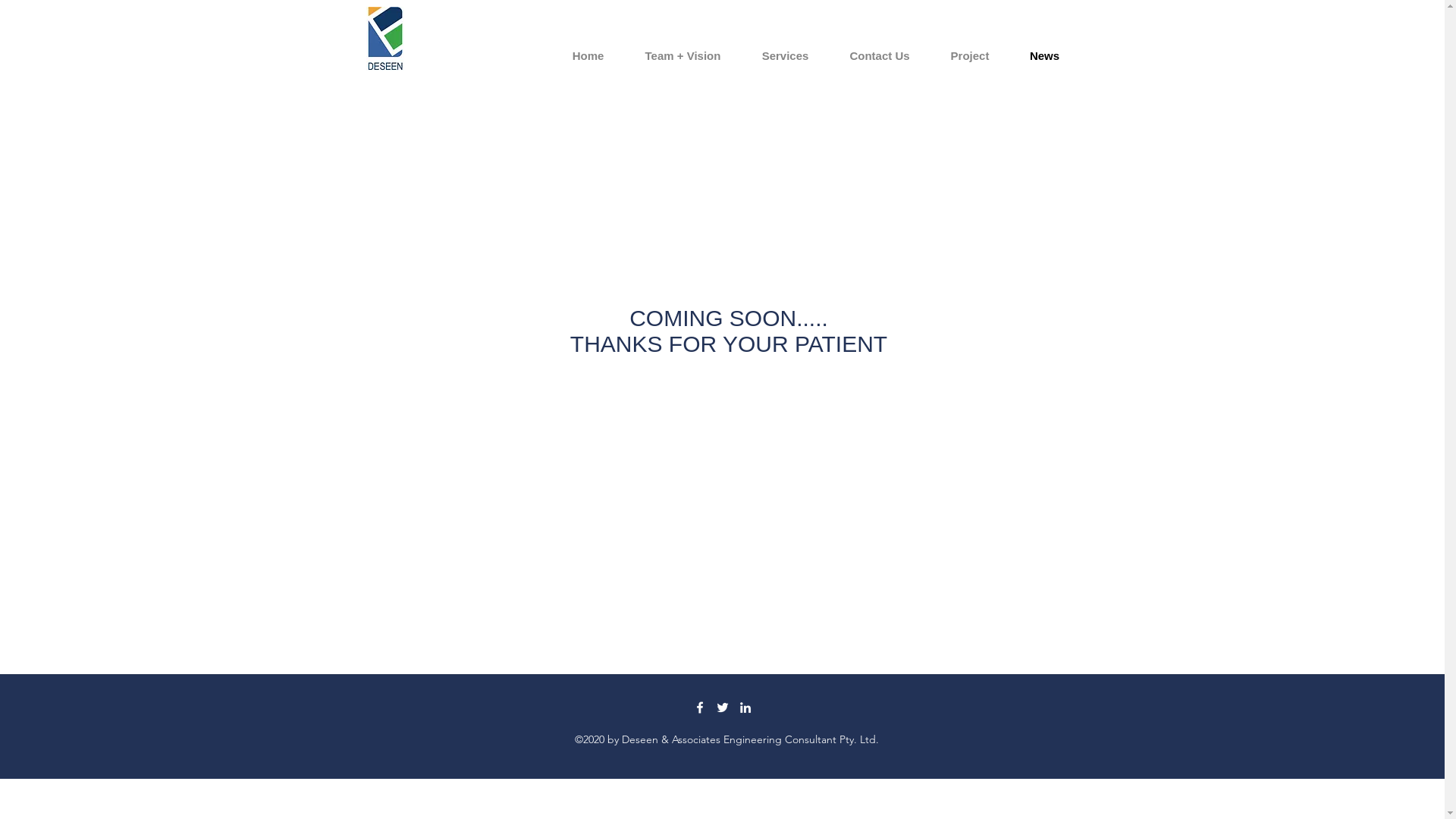  I want to click on 'News', so click(1043, 55).